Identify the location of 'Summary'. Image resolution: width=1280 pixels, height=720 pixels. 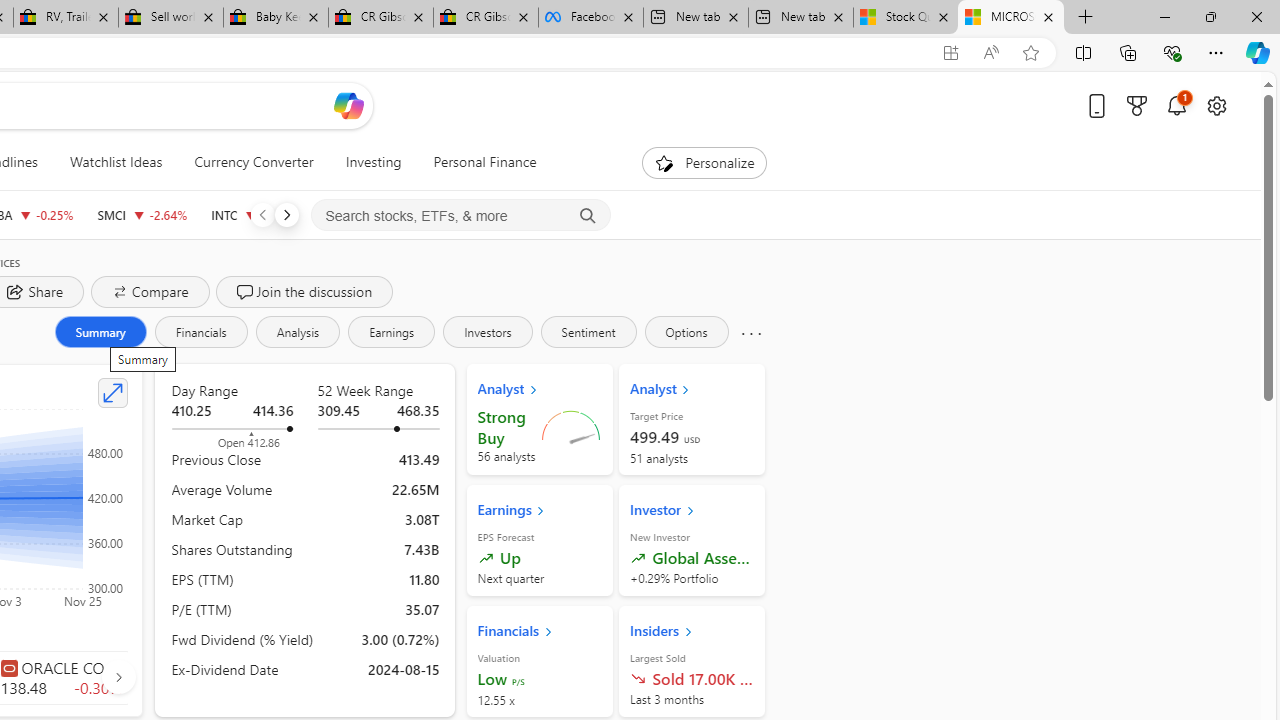
(99, 330).